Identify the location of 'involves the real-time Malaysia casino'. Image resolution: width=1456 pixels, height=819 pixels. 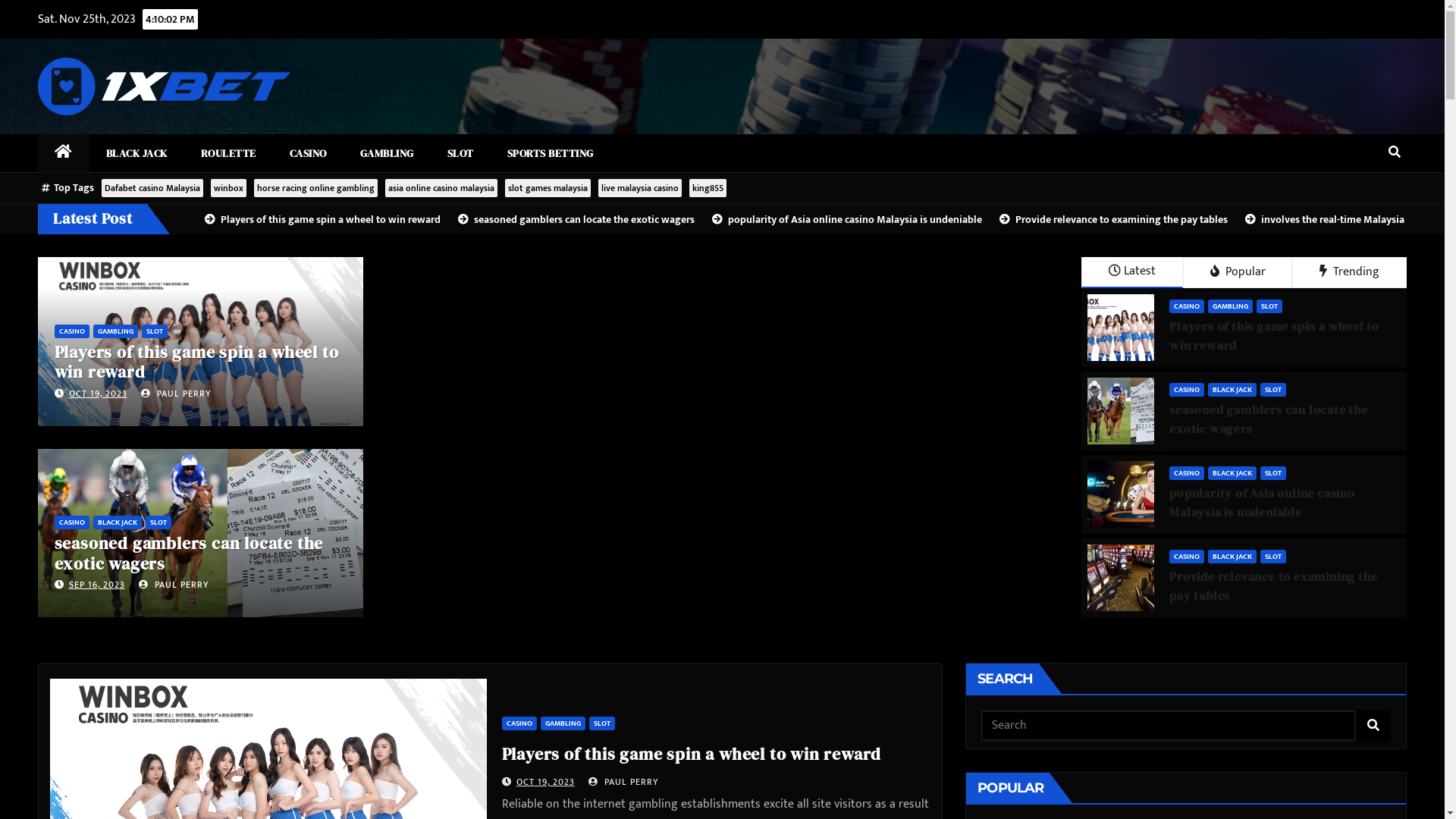
(1332, 219).